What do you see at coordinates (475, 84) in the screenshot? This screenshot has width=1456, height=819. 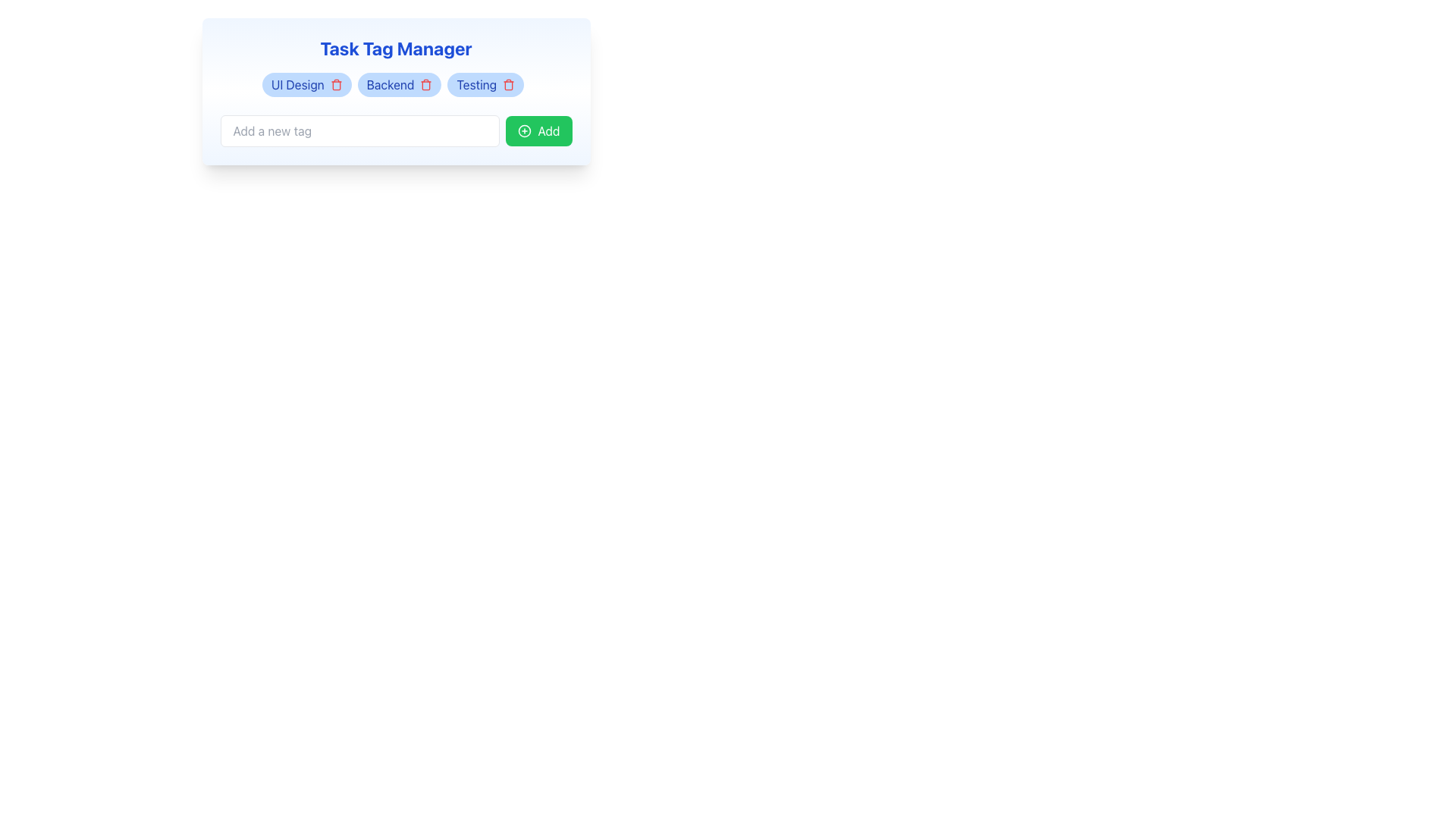 I see `the text label displaying 'Testing.' which is the third tag` at bounding box center [475, 84].